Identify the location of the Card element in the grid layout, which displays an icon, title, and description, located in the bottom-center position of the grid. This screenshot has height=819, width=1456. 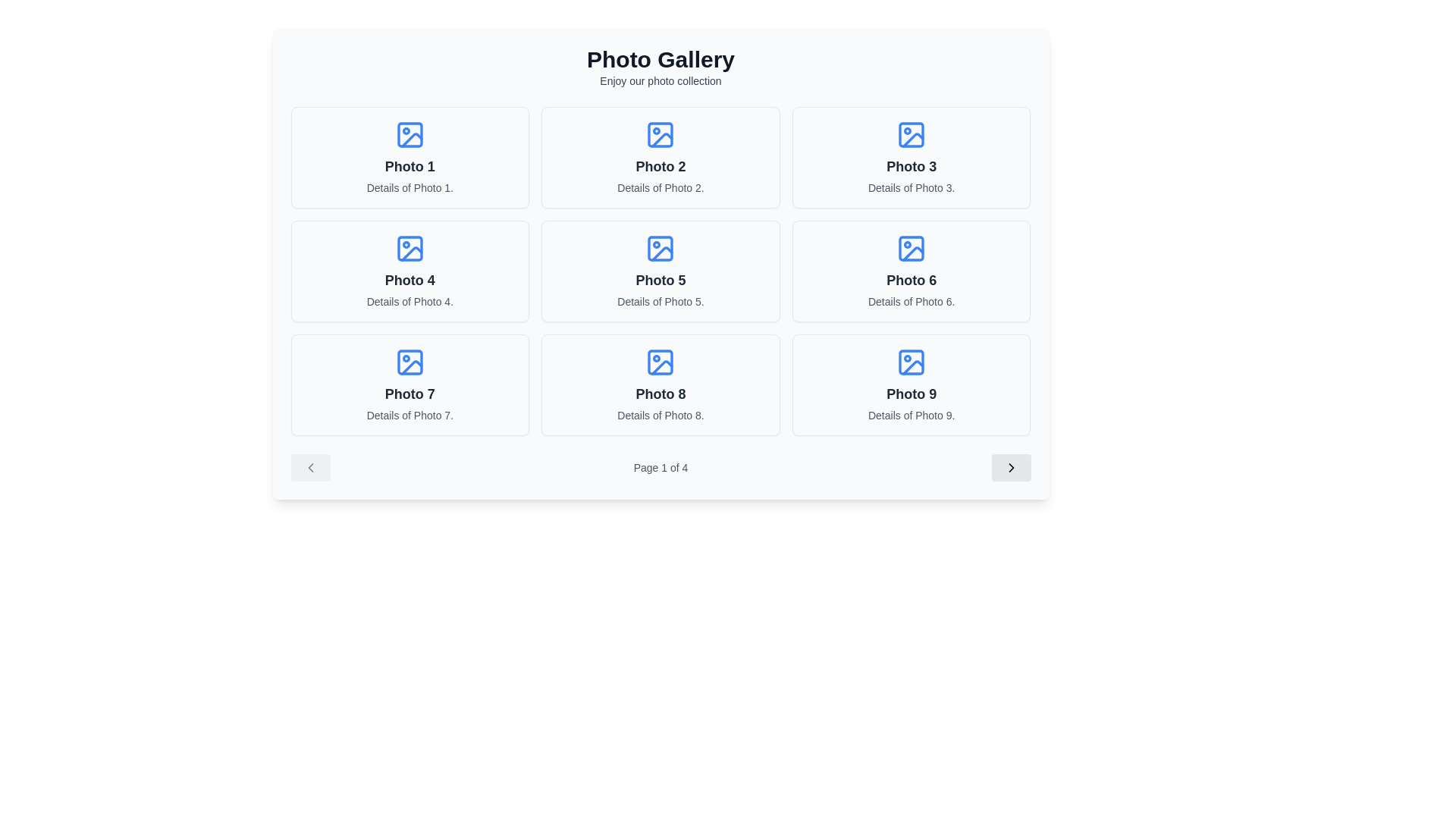
(661, 384).